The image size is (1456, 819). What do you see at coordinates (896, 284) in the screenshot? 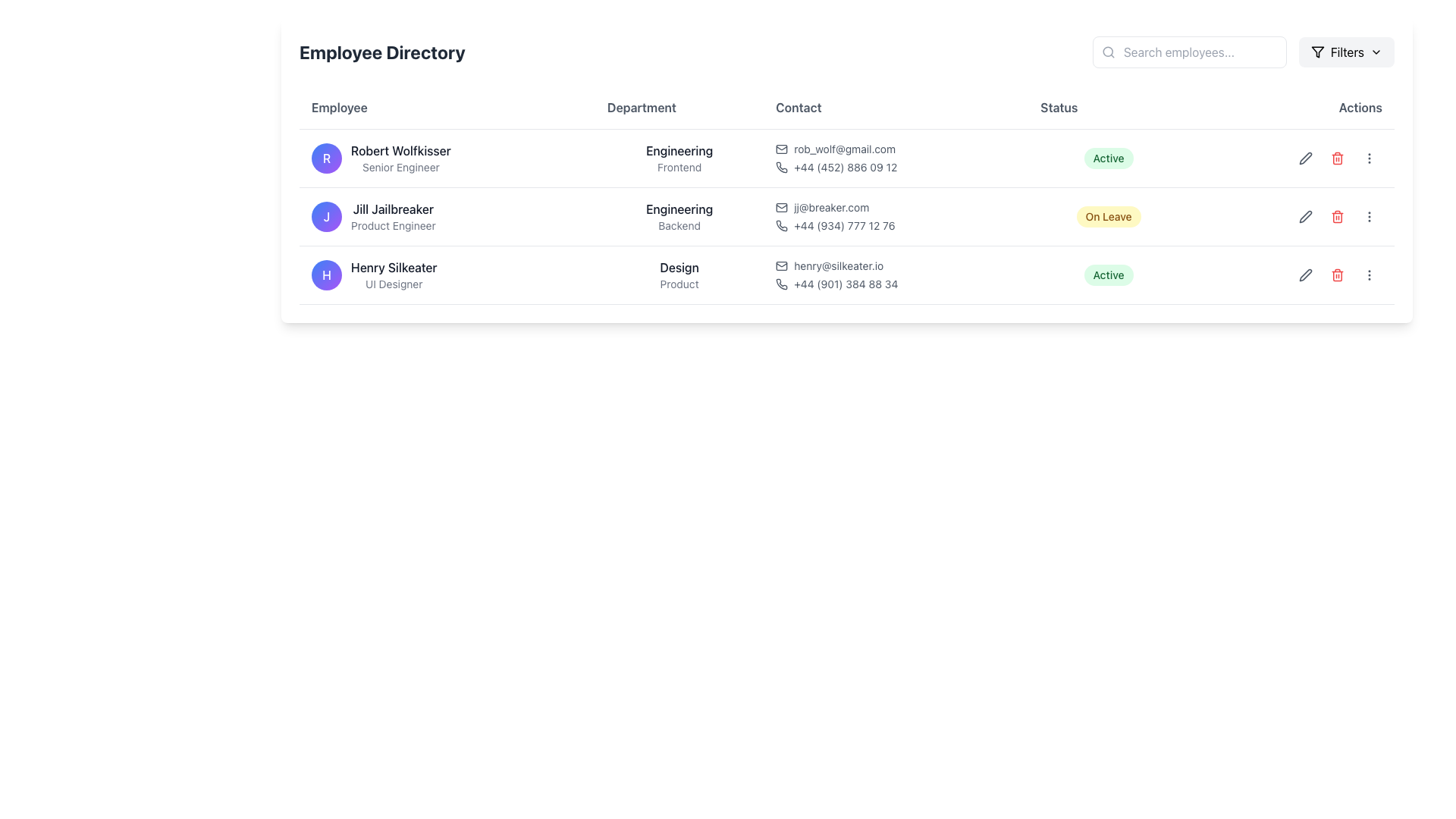
I see `the phone number display element in the 'Contact' column of the third row in the 'Employee Directory' table, which shows the phone number '+44 (901) 384 88 34' and is styled with gray text` at bounding box center [896, 284].